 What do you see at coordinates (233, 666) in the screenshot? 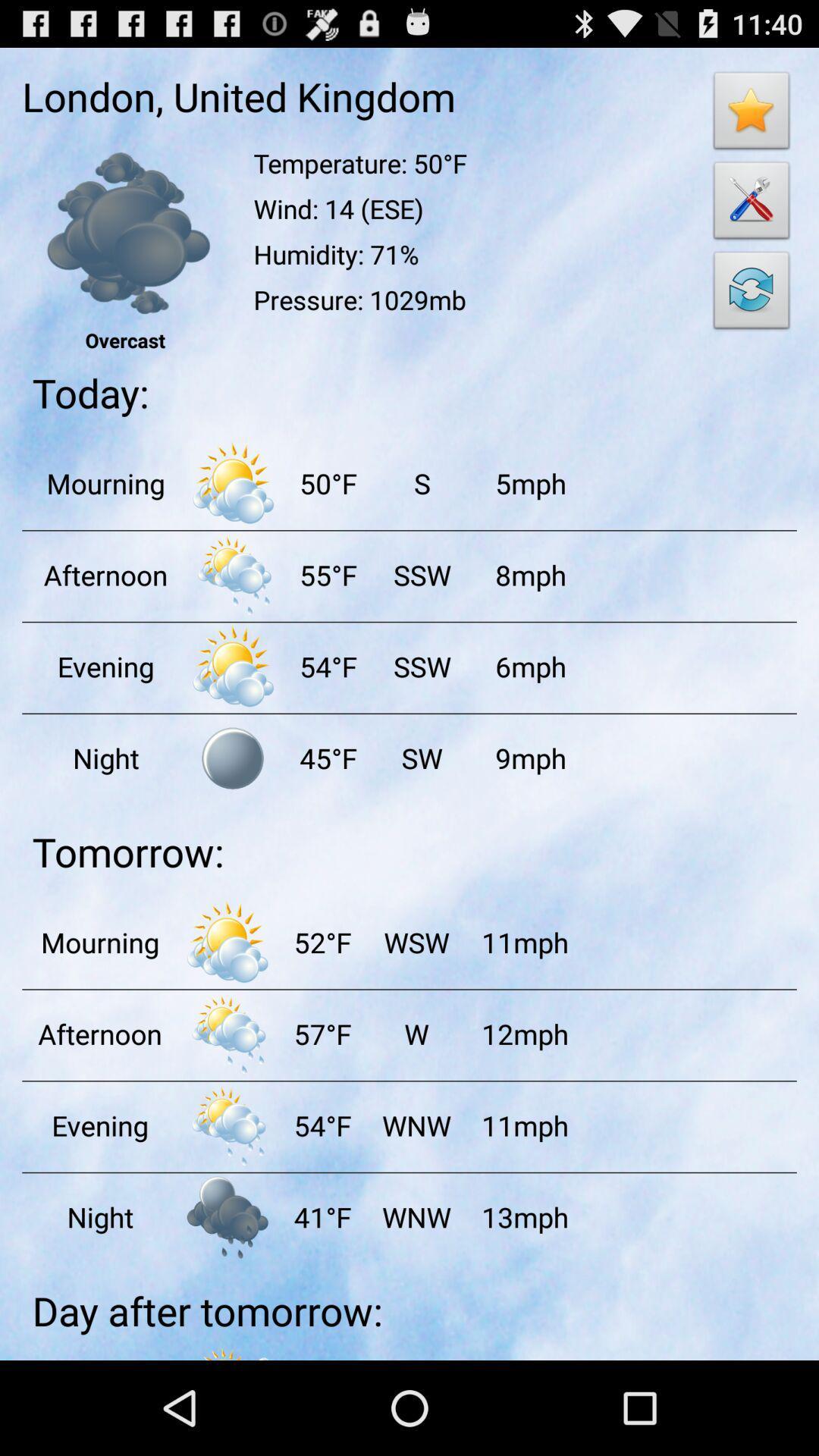
I see `evening will be partly cloudly` at bounding box center [233, 666].